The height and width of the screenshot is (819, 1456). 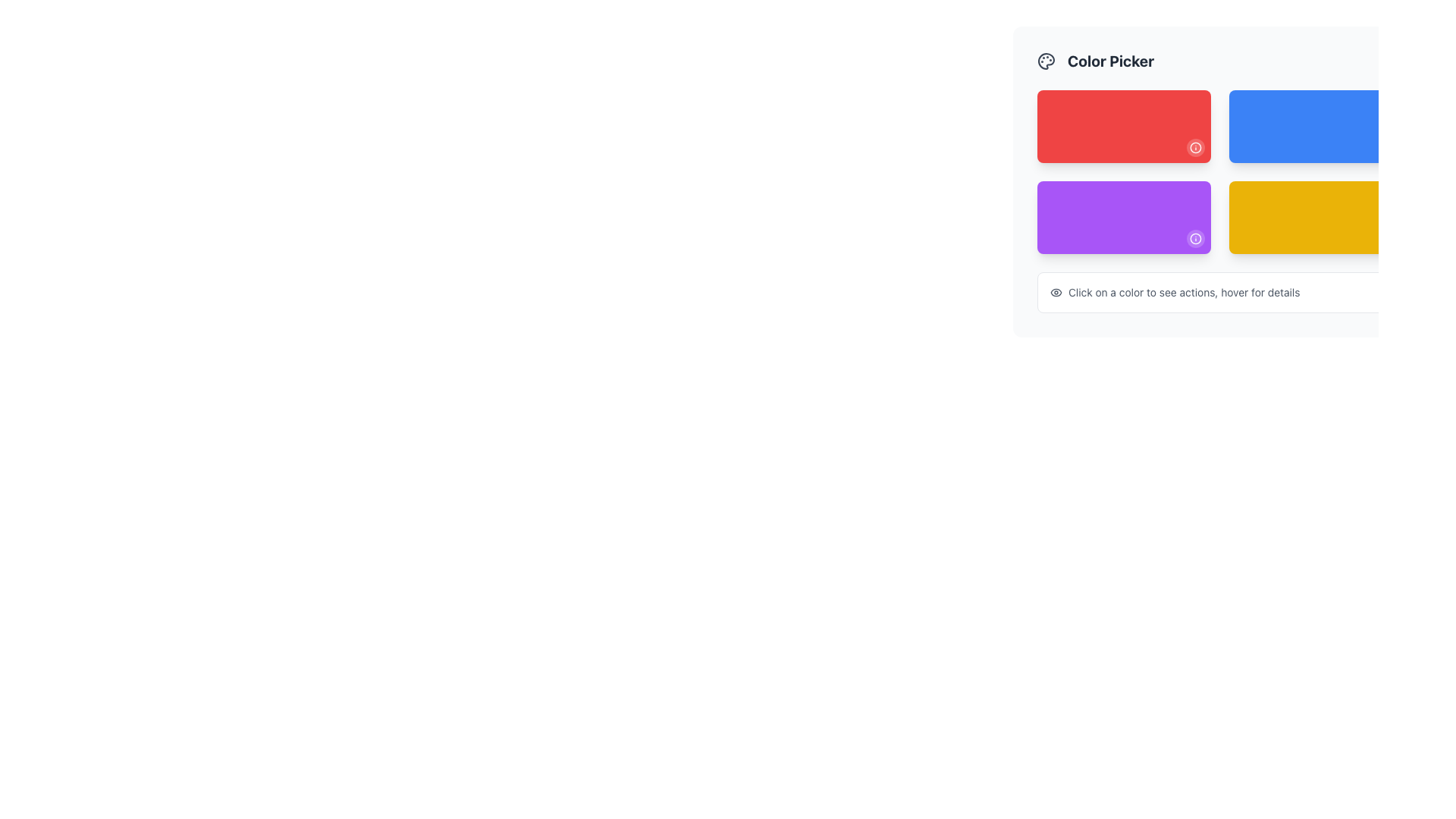 I want to click on the large rectangular button with a purple background located in the second row of a grid layout, leftmost column, for keyboard interaction, so click(x=1124, y=217).